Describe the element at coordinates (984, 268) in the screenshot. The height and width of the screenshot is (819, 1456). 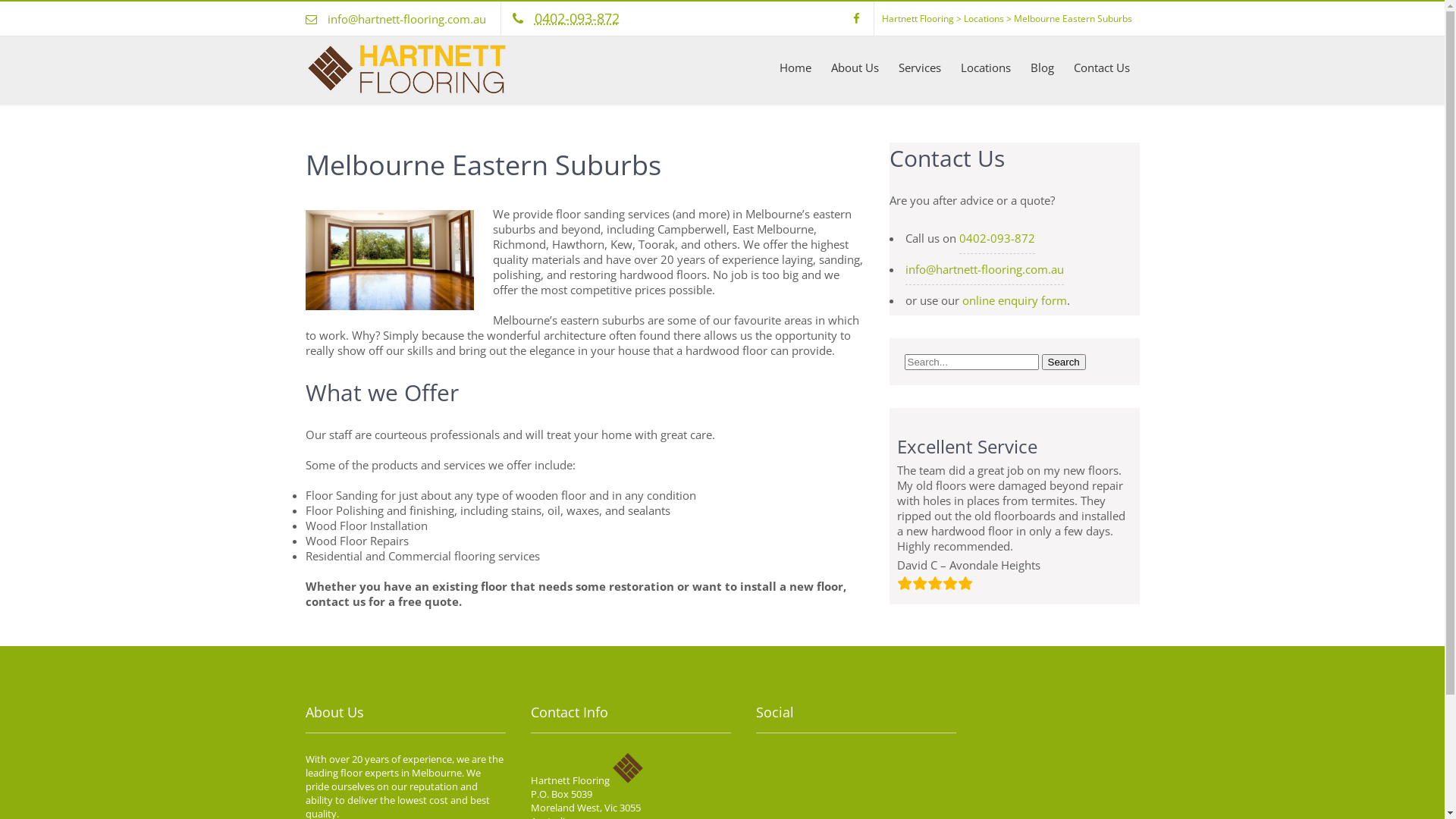
I see `'info@hartnett-flooring.com.au'` at that location.